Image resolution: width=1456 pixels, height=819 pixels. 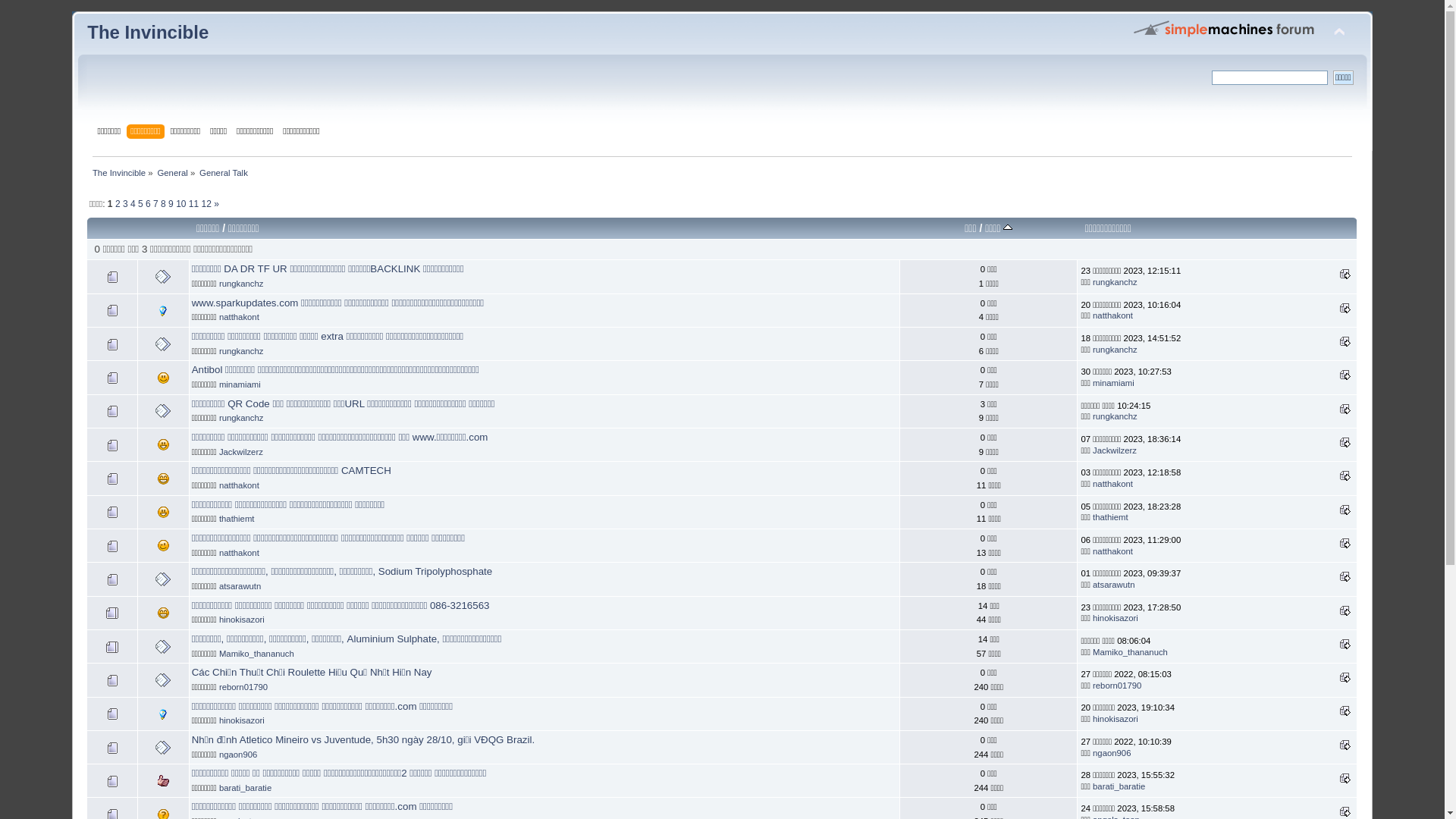 What do you see at coordinates (1110, 516) in the screenshot?
I see `'thathiemt'` at bounding box center [1110, 516].